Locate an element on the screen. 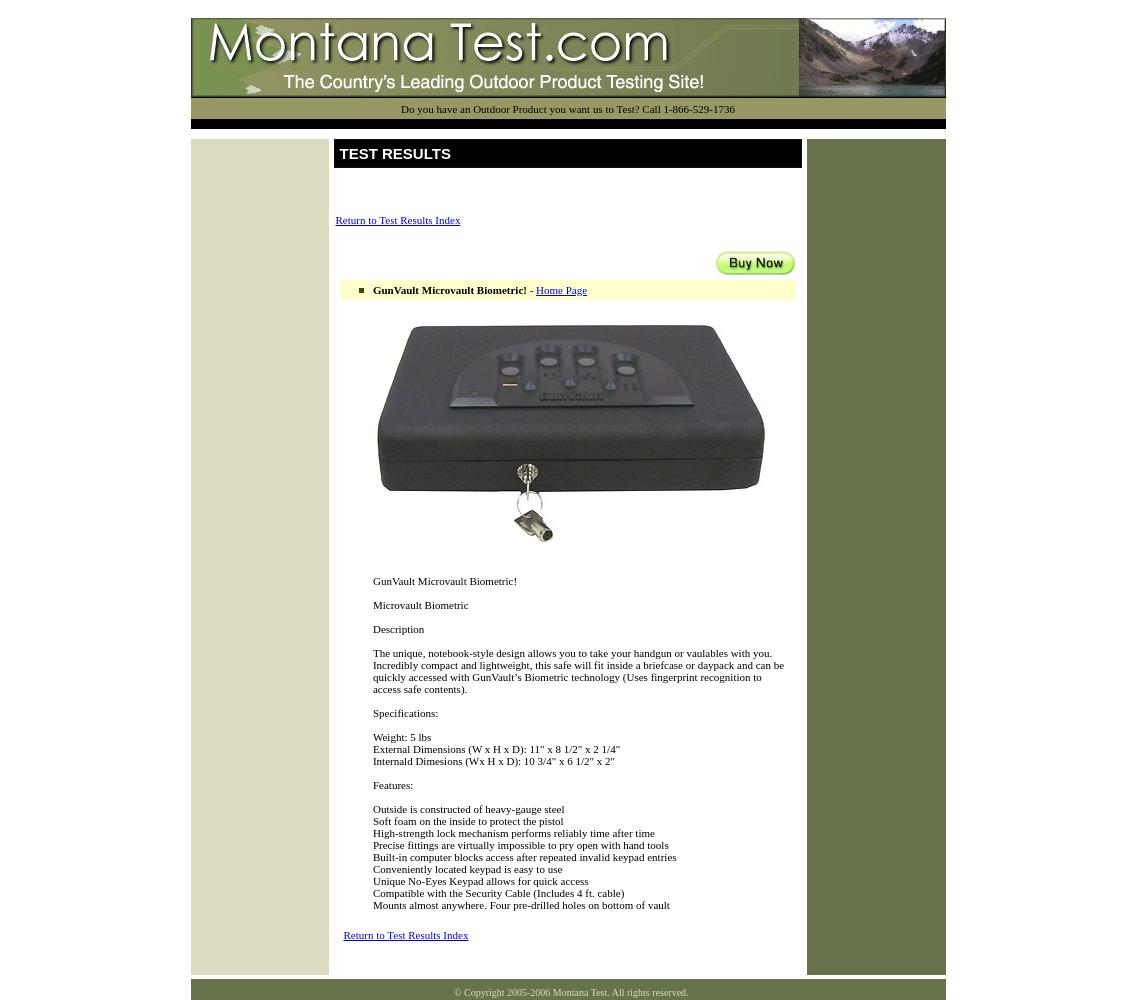 Image resolution: width=1136 pixels, height=1000 pixels. 'Microvault Biometric' is located at coordinates (419, 604).